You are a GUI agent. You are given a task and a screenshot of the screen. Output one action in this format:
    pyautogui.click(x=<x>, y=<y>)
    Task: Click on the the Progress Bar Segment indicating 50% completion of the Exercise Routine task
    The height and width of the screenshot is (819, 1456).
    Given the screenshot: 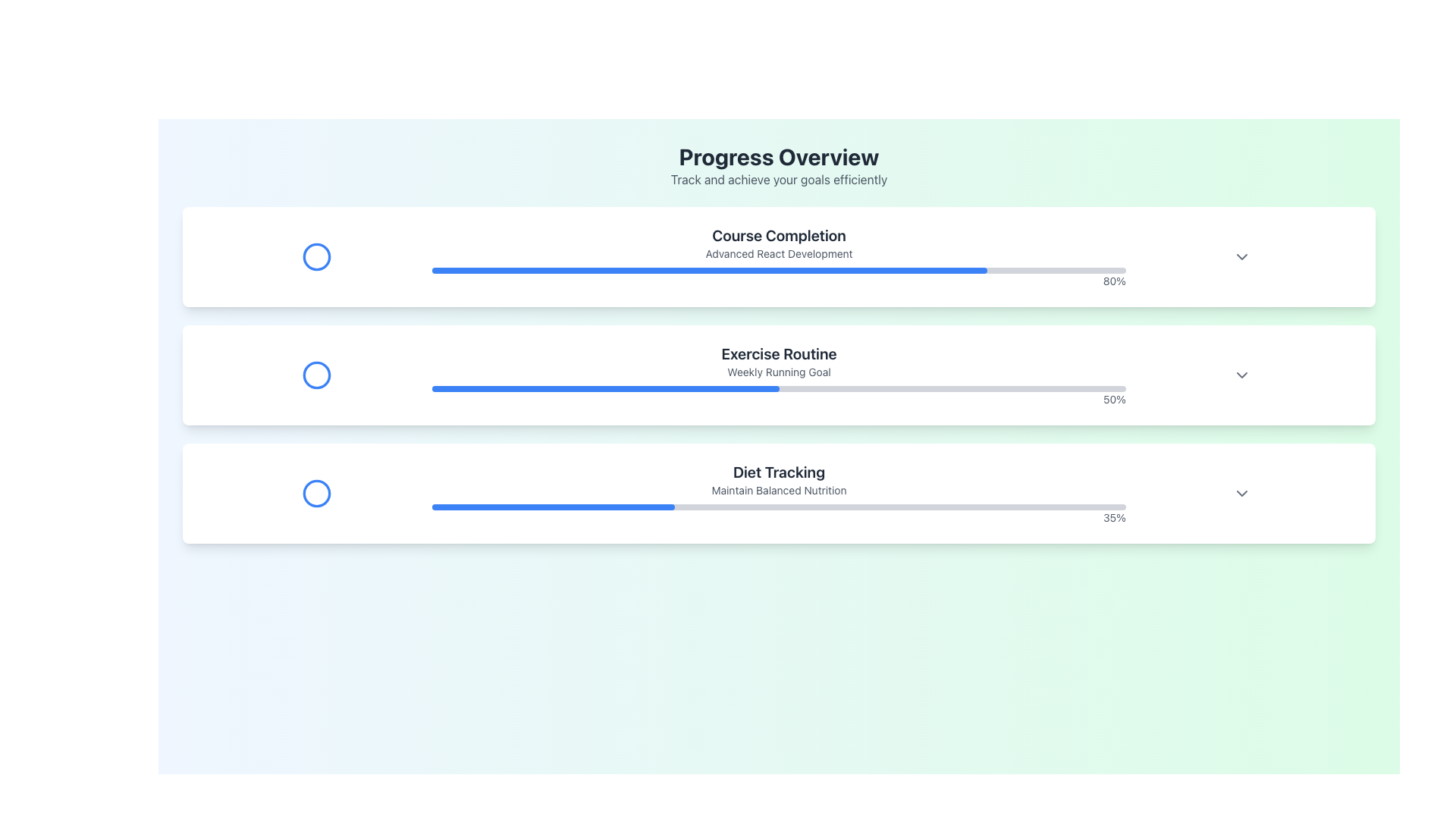 What is the action you would take?
    pyautogui.click(x=604, y=388)
    